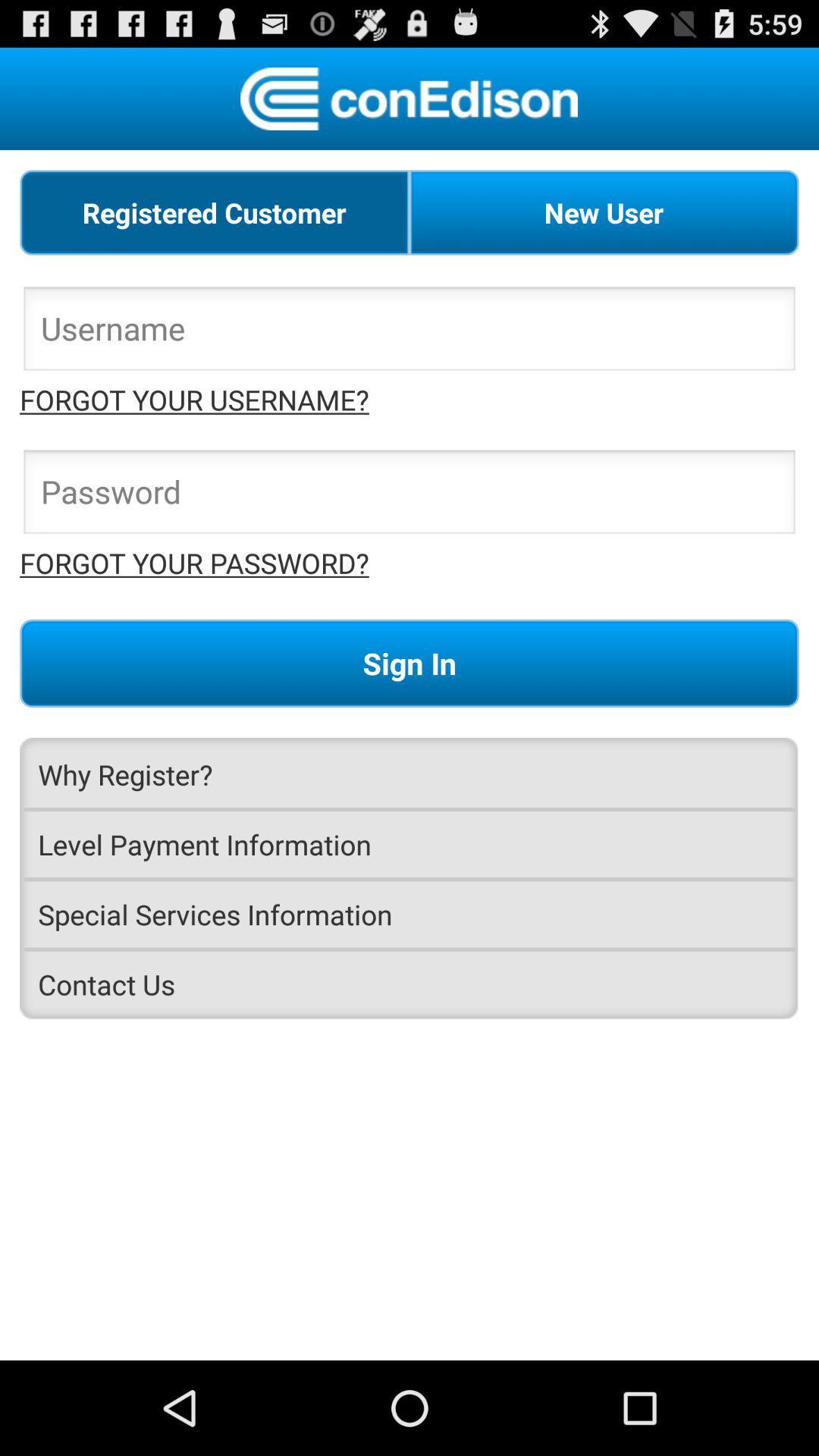  What do you see at coordinates (409, 913) in the screenshot?
I see `the special services information icon` at bounding box center [409, 913].